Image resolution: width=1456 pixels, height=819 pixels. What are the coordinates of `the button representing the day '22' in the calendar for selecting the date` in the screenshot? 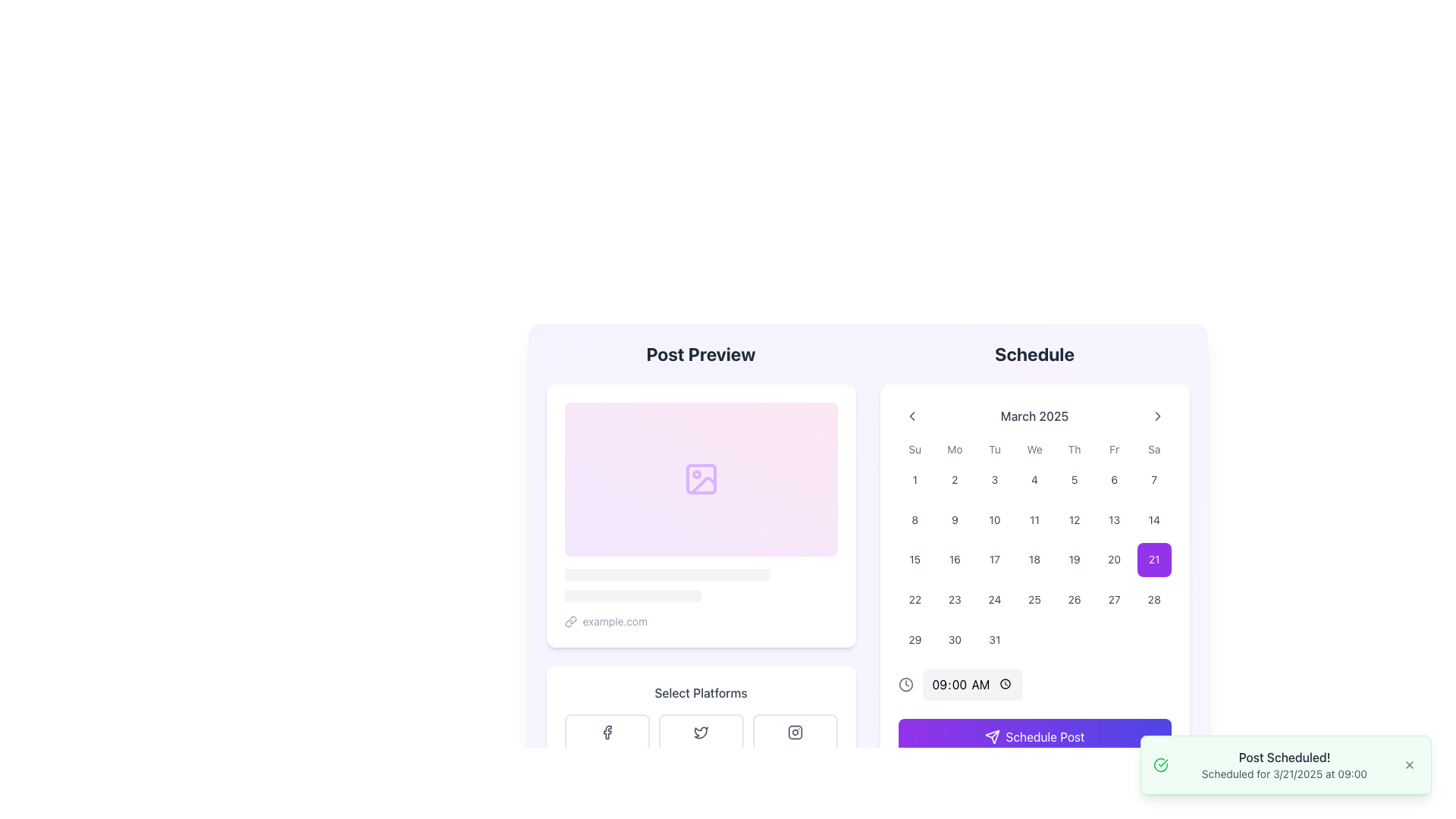 It's located at (914, 598).